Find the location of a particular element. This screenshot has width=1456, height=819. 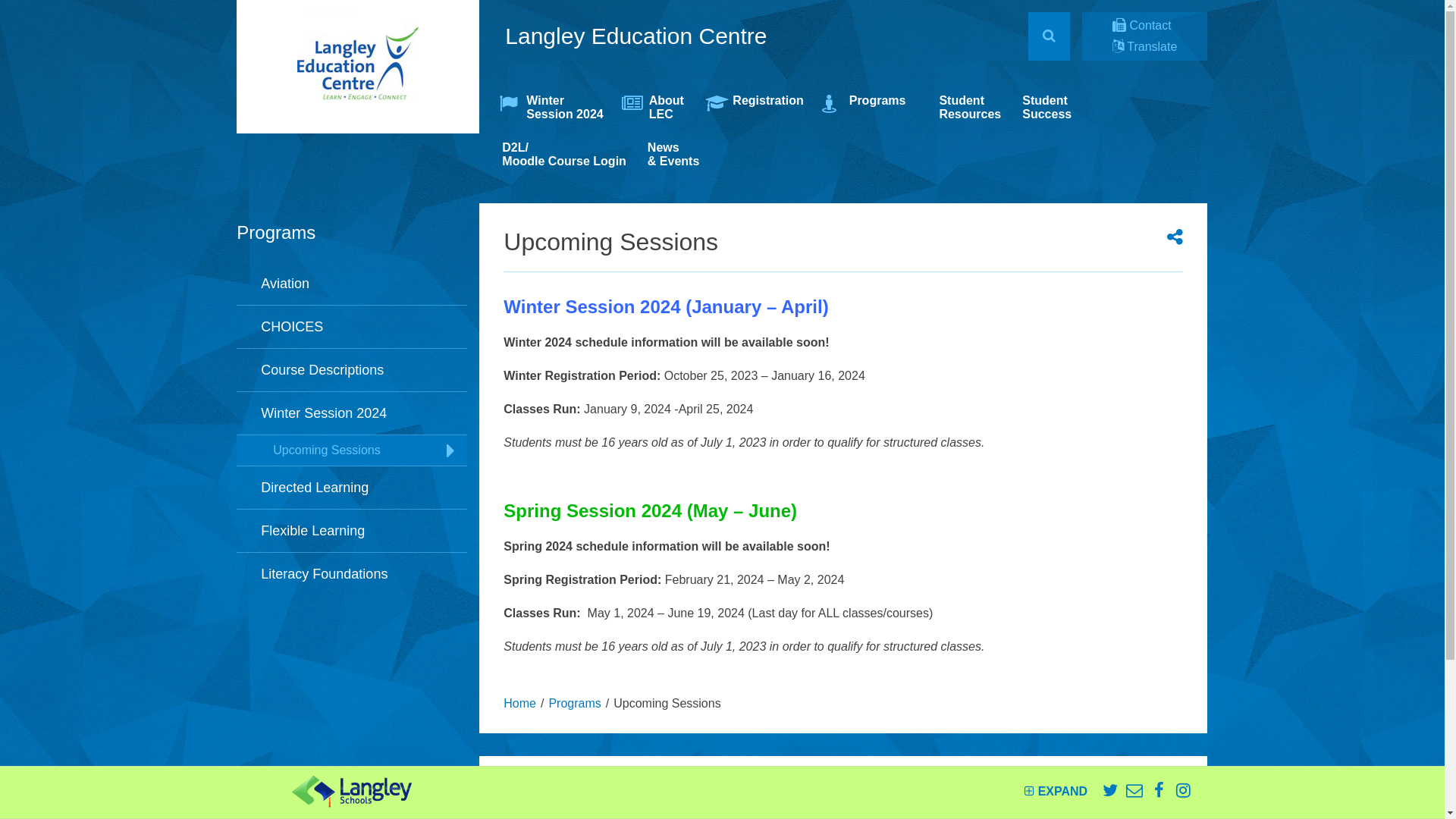

'Flexible Learning' is located at coordinates (351, 530).